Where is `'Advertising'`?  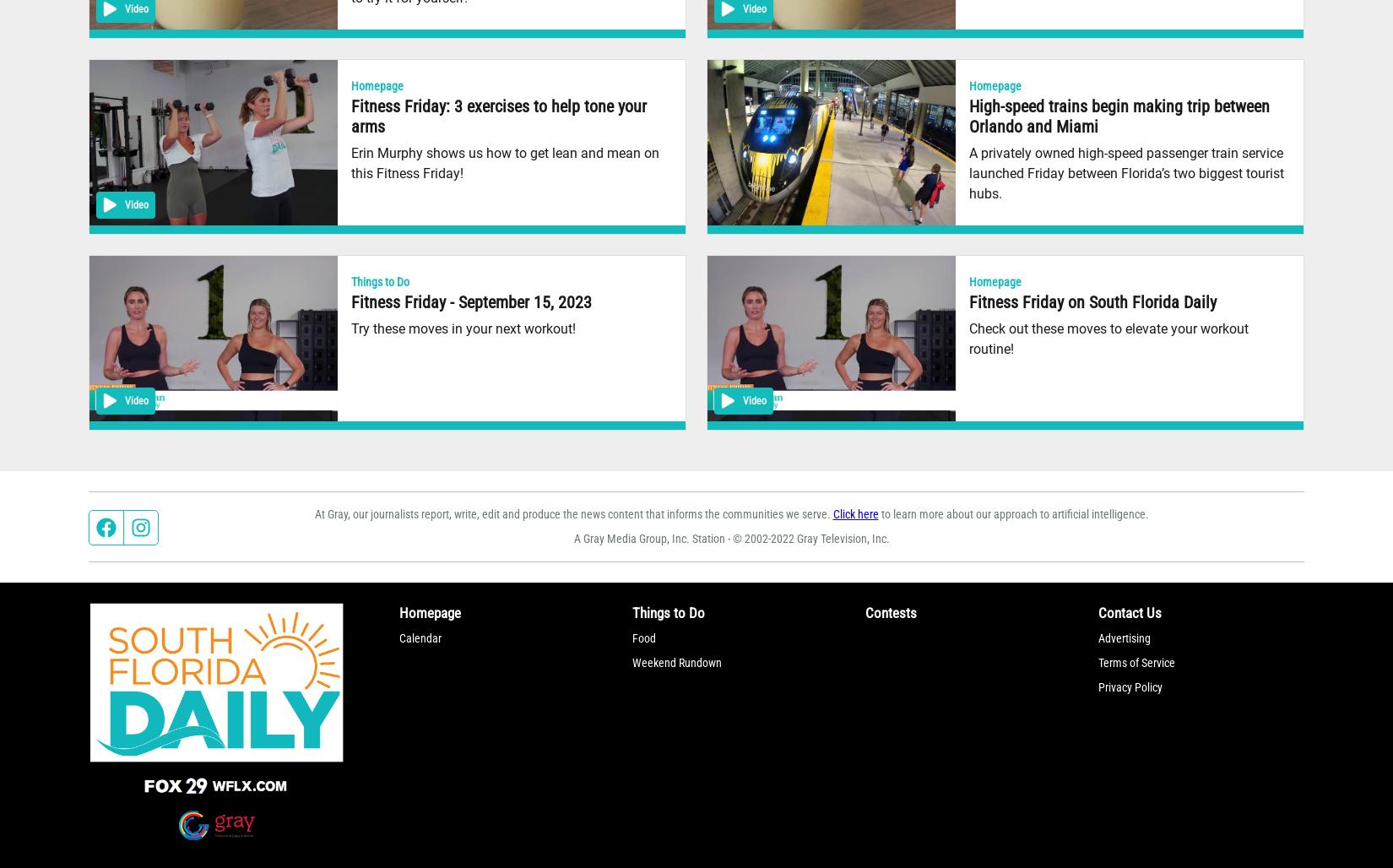 'Advertising' is located at coordinates (1124, 636).